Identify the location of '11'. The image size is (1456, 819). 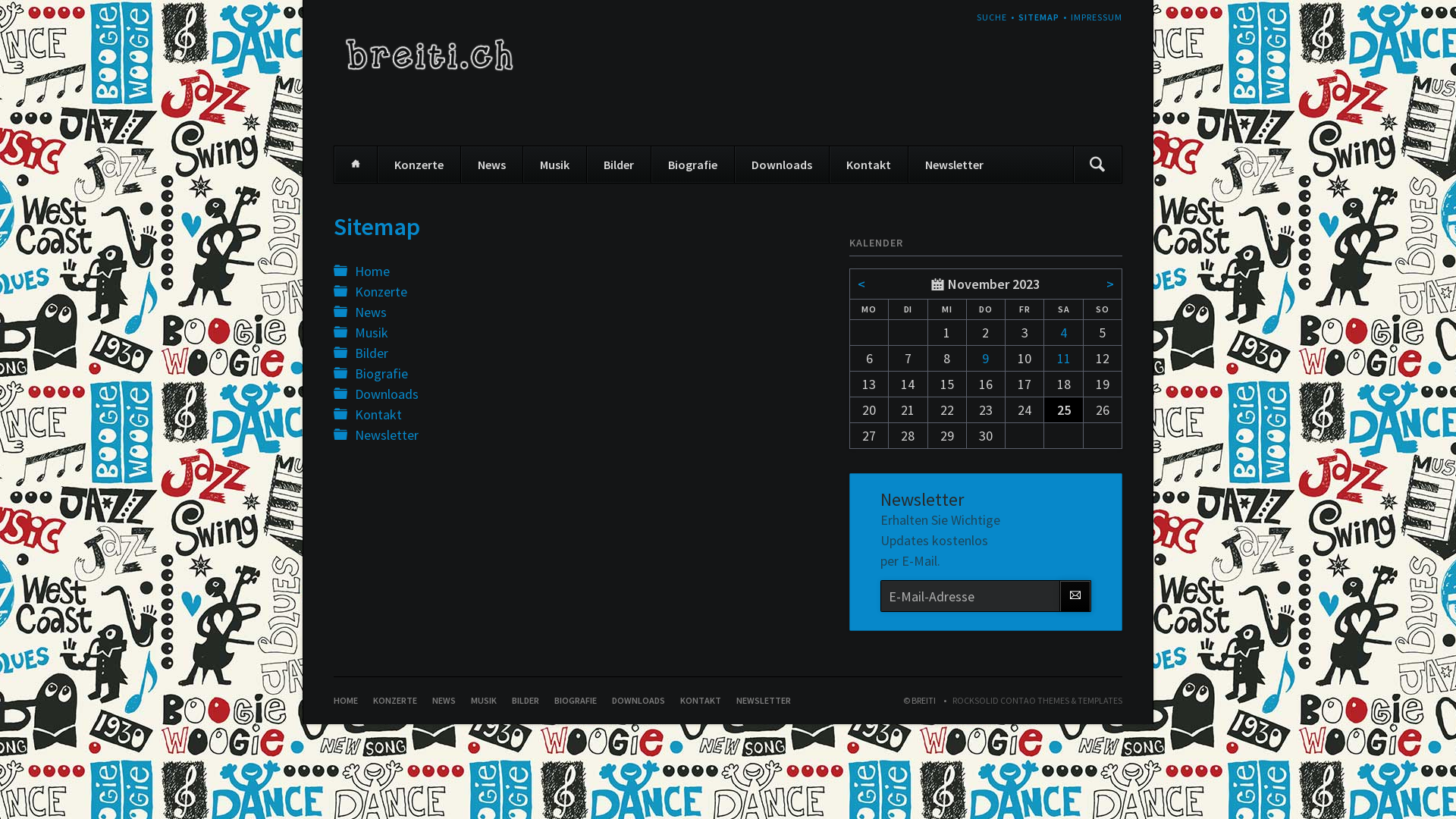
(1062, 358).